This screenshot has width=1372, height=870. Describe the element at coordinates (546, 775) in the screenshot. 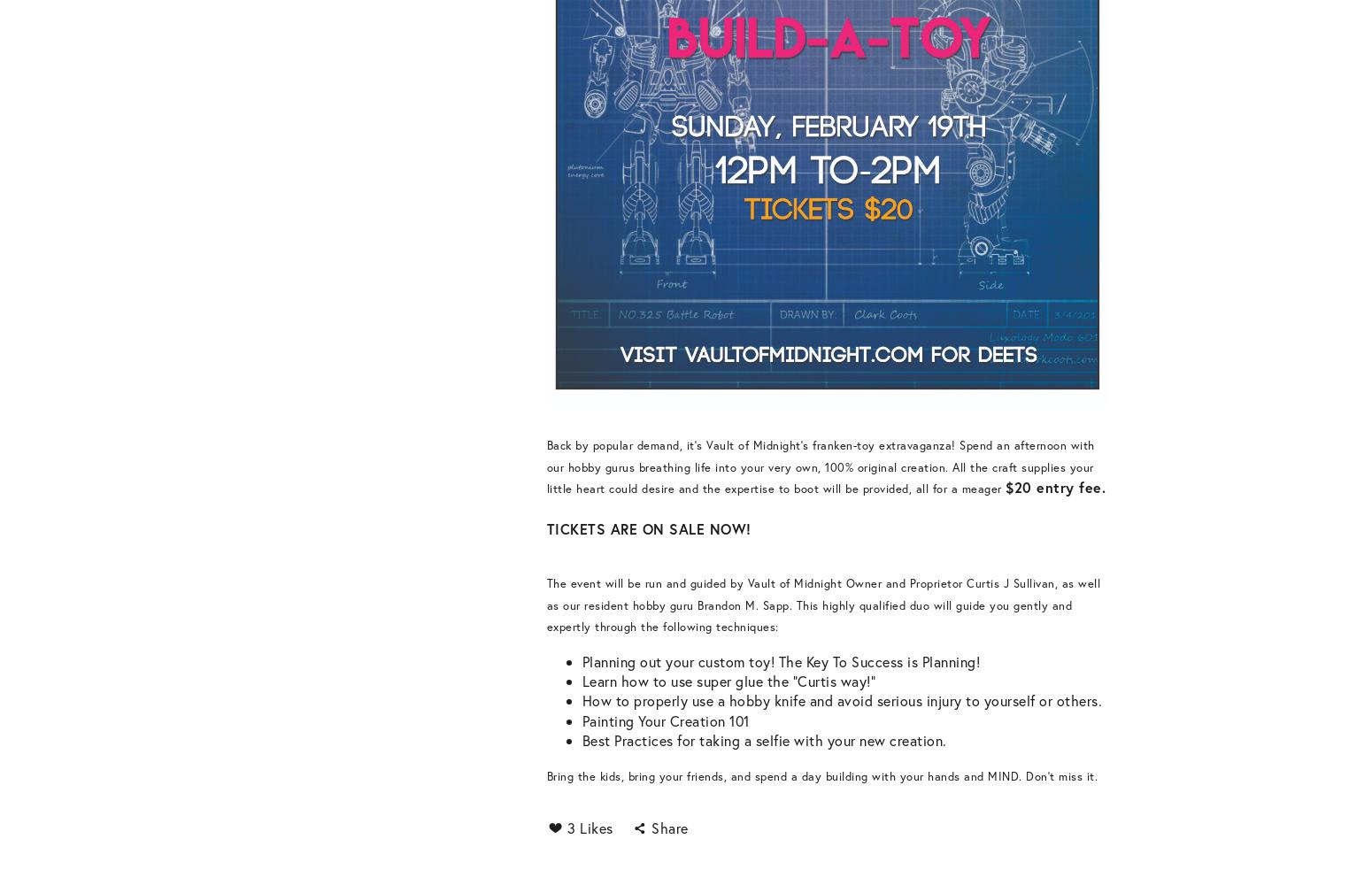

I see `'Bring the kids, bring your friends, and spend a day building with your hands and MIND. Don't miss it.'` at that location.